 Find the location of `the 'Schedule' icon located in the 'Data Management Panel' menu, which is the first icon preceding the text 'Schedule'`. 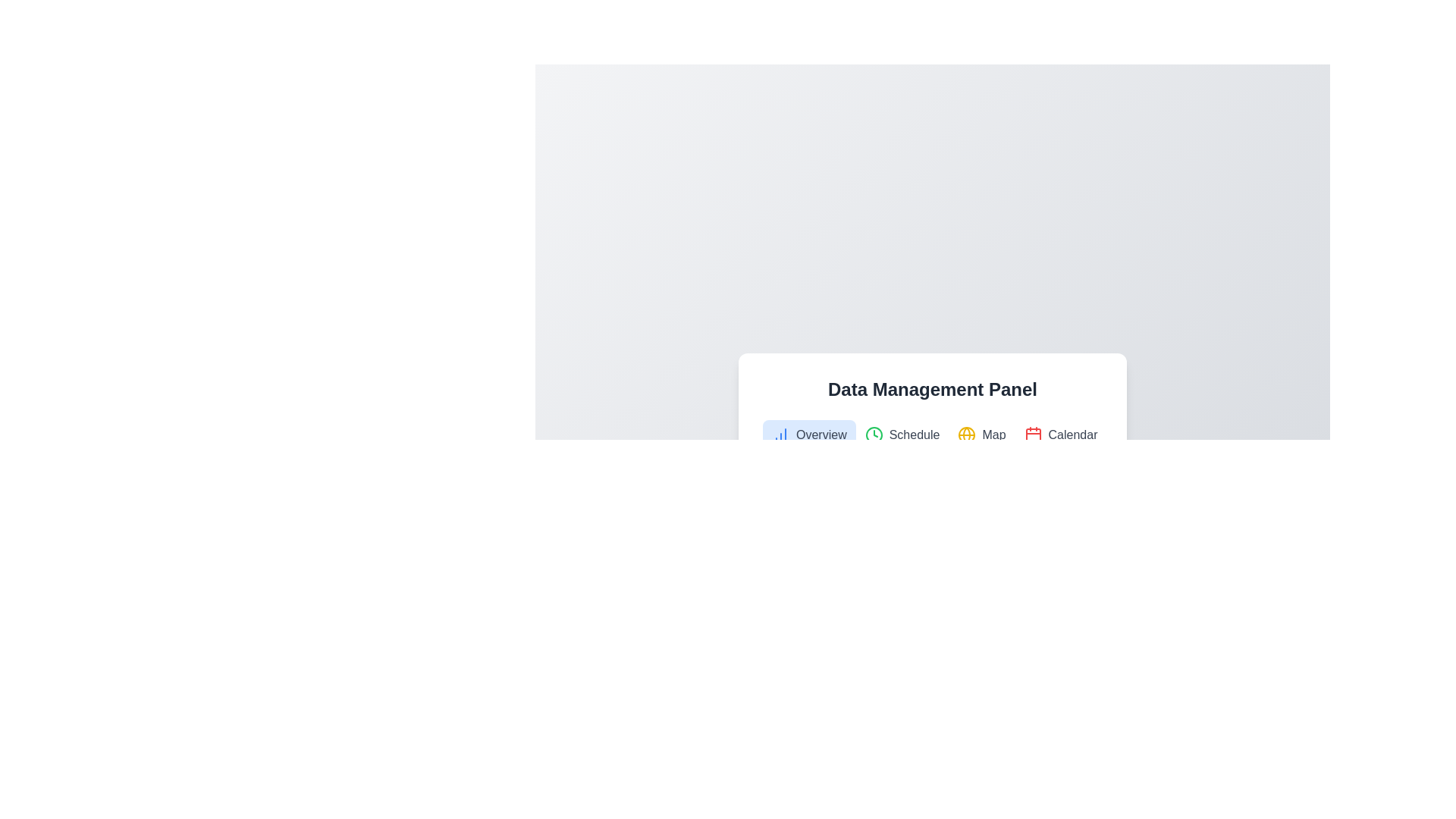

the 'Schedule' icon located in the 'Data Management Panel' menu, which is the first icon preceding the text 'Schedule' is located at coordinates (874, 435).